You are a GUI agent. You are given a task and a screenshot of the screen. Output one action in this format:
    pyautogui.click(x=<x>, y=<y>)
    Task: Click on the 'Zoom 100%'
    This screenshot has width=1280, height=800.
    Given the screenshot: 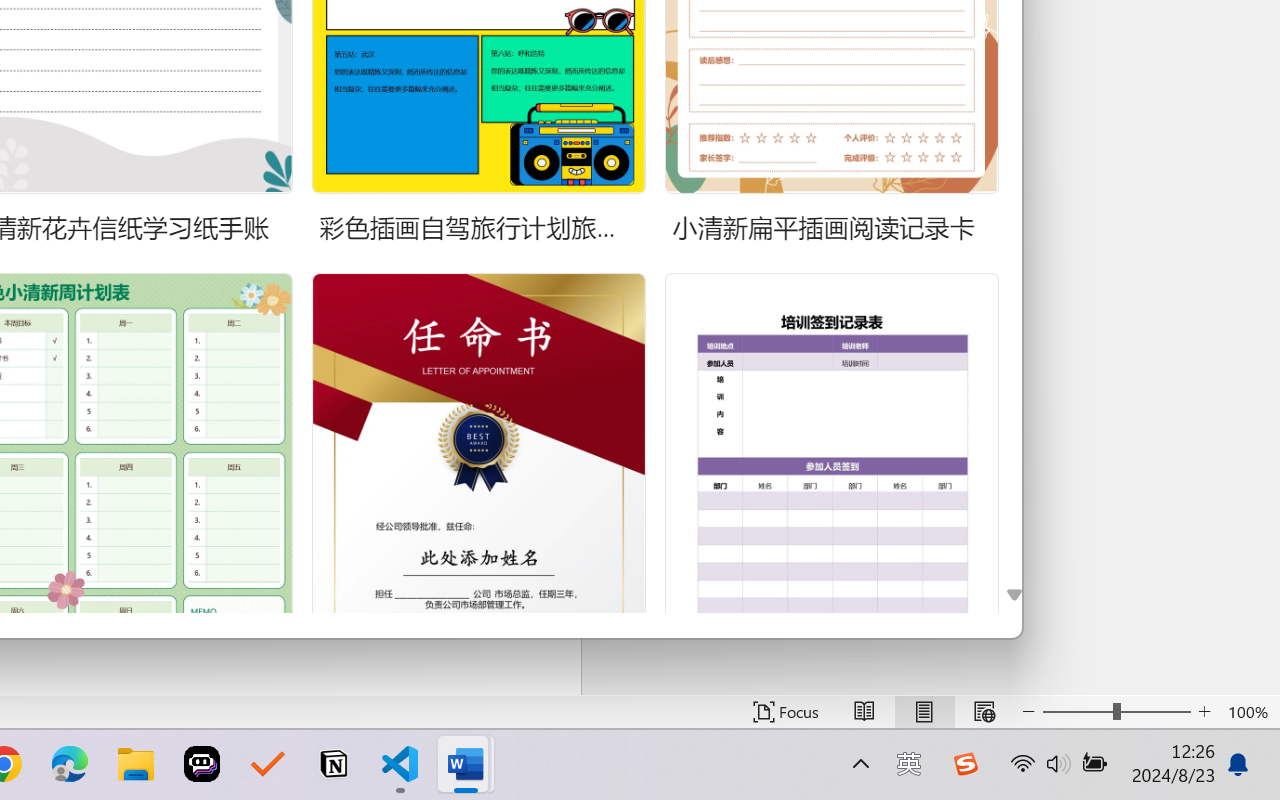 What is the action you would take?
    pyautogui.click(x=1248, y=711)
    